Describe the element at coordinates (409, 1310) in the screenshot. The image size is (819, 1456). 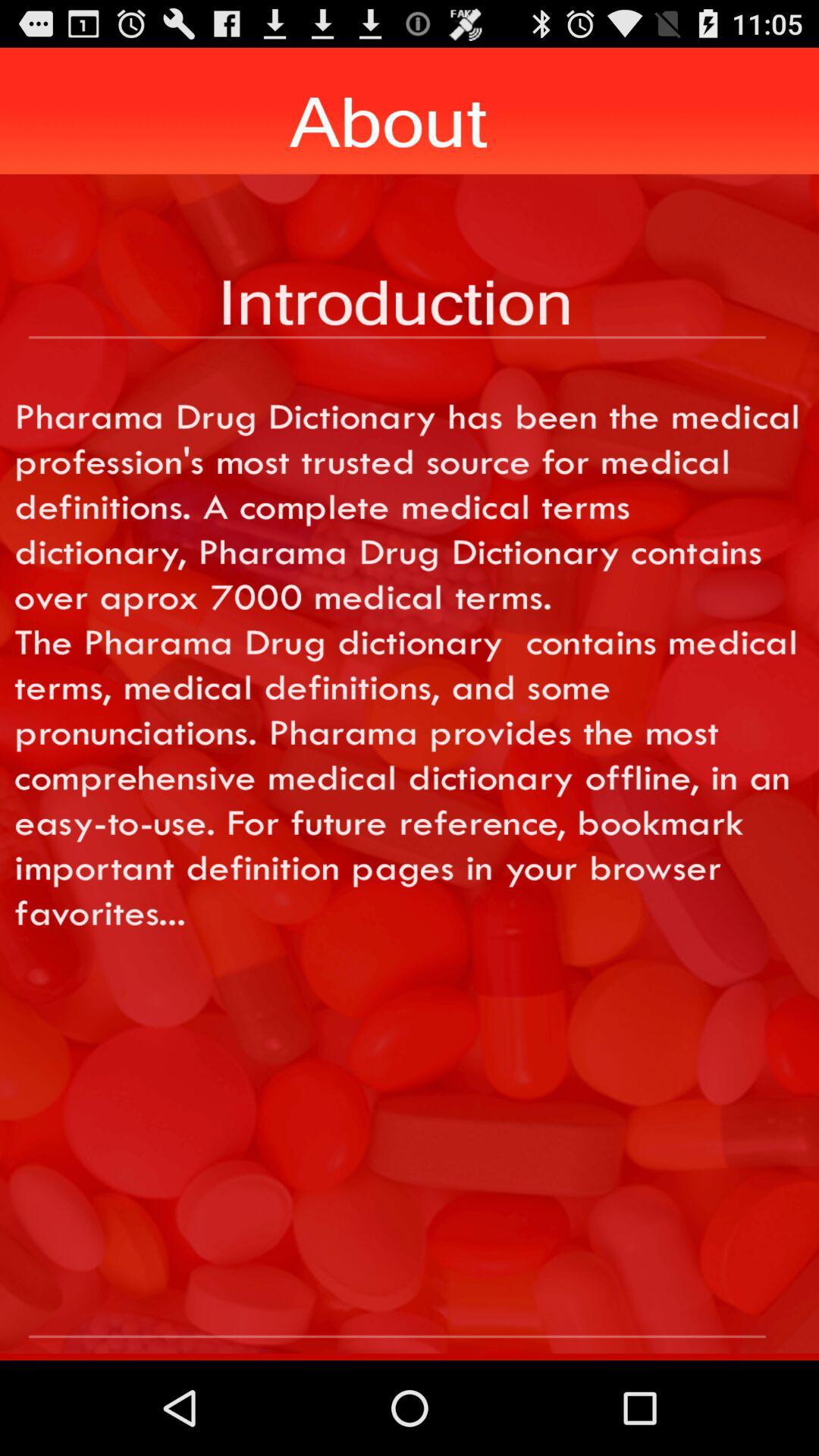
I see `about option` at that location.